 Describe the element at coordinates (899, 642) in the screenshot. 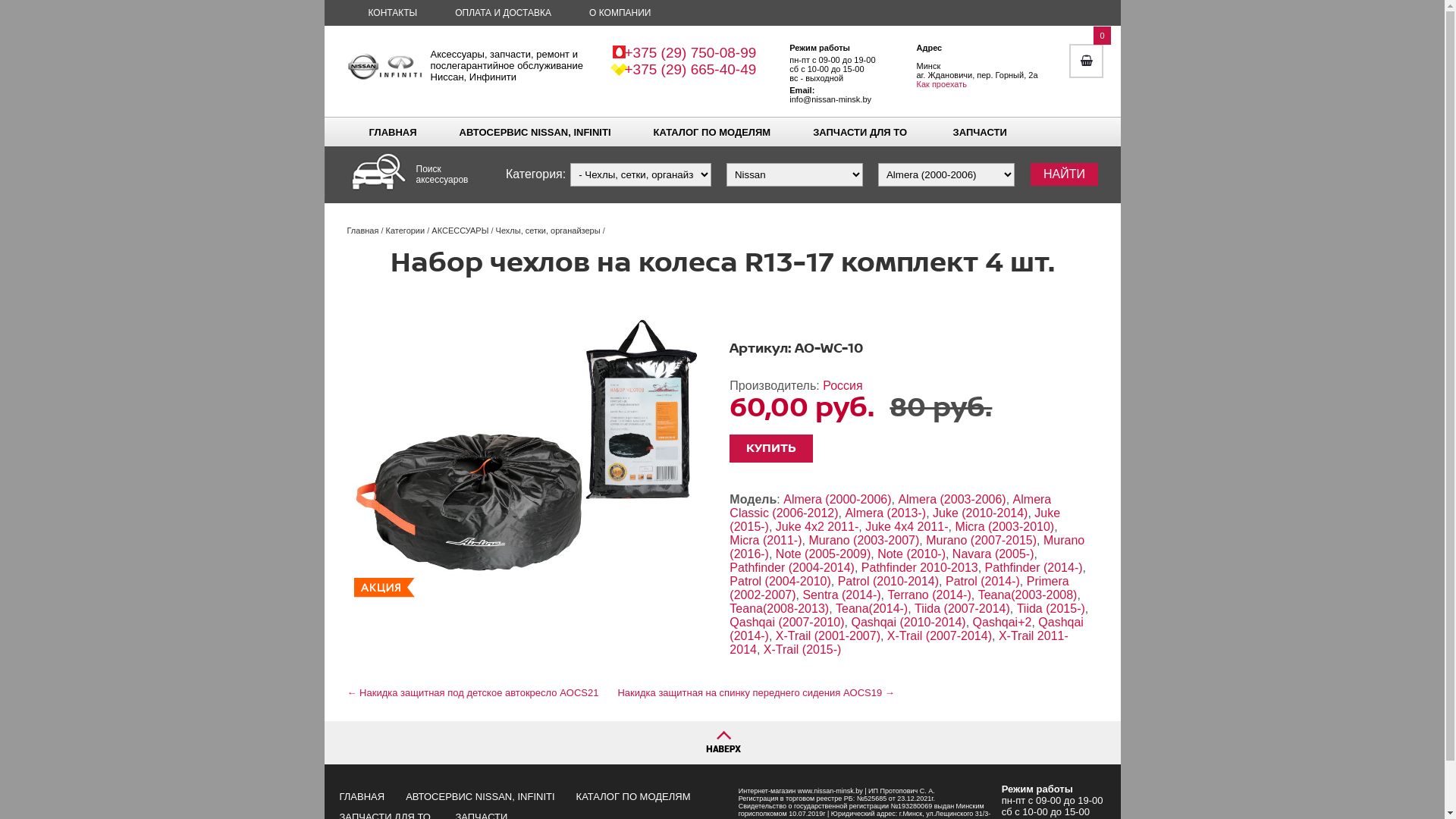

I see `'X-Trail 2011-2014'` at that location.